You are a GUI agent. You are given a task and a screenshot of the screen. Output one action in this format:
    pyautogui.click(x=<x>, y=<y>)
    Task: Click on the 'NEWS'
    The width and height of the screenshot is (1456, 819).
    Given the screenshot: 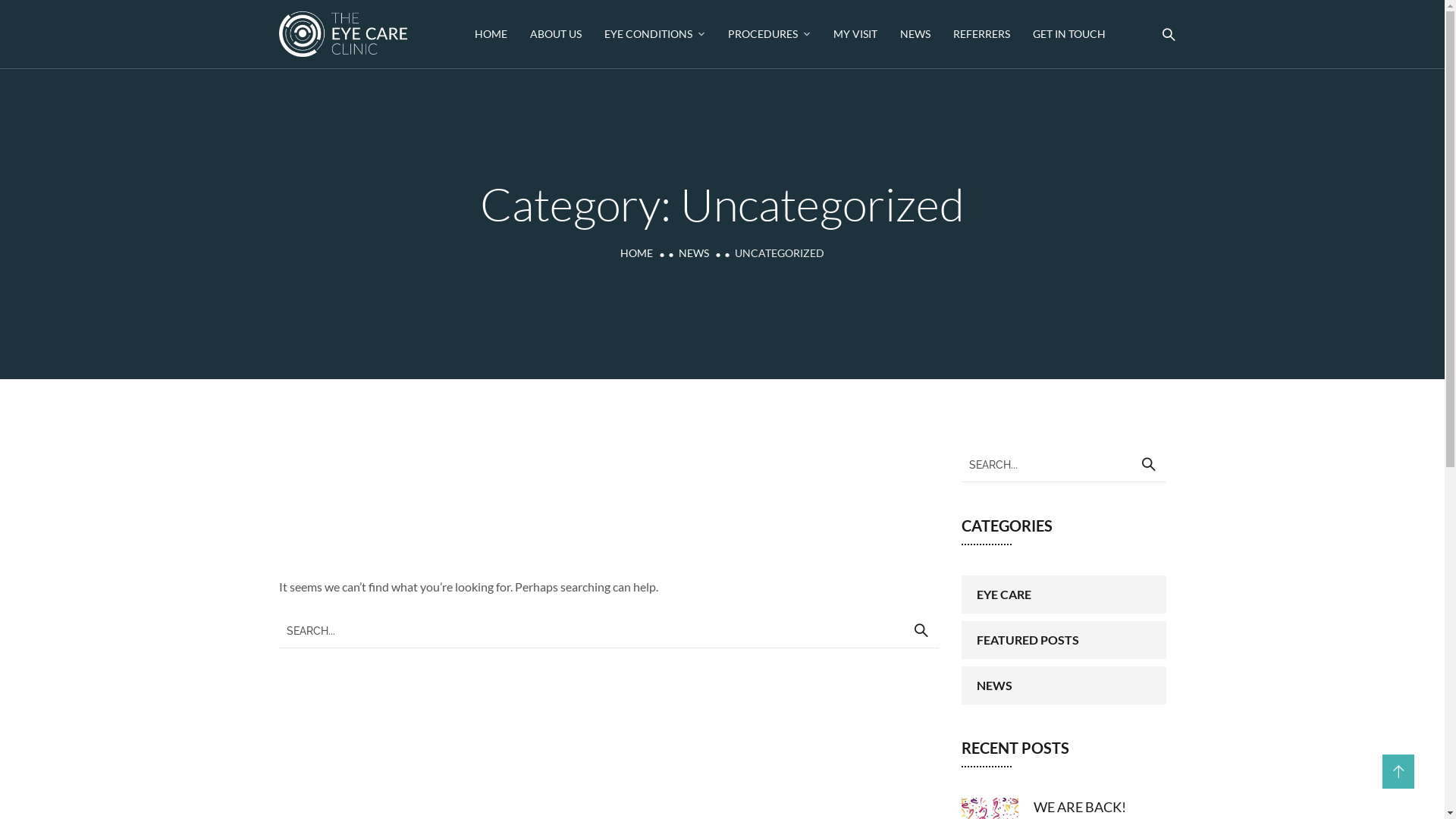 What is the action you would take?
    pyautogui.click(x=693, y=252)
    